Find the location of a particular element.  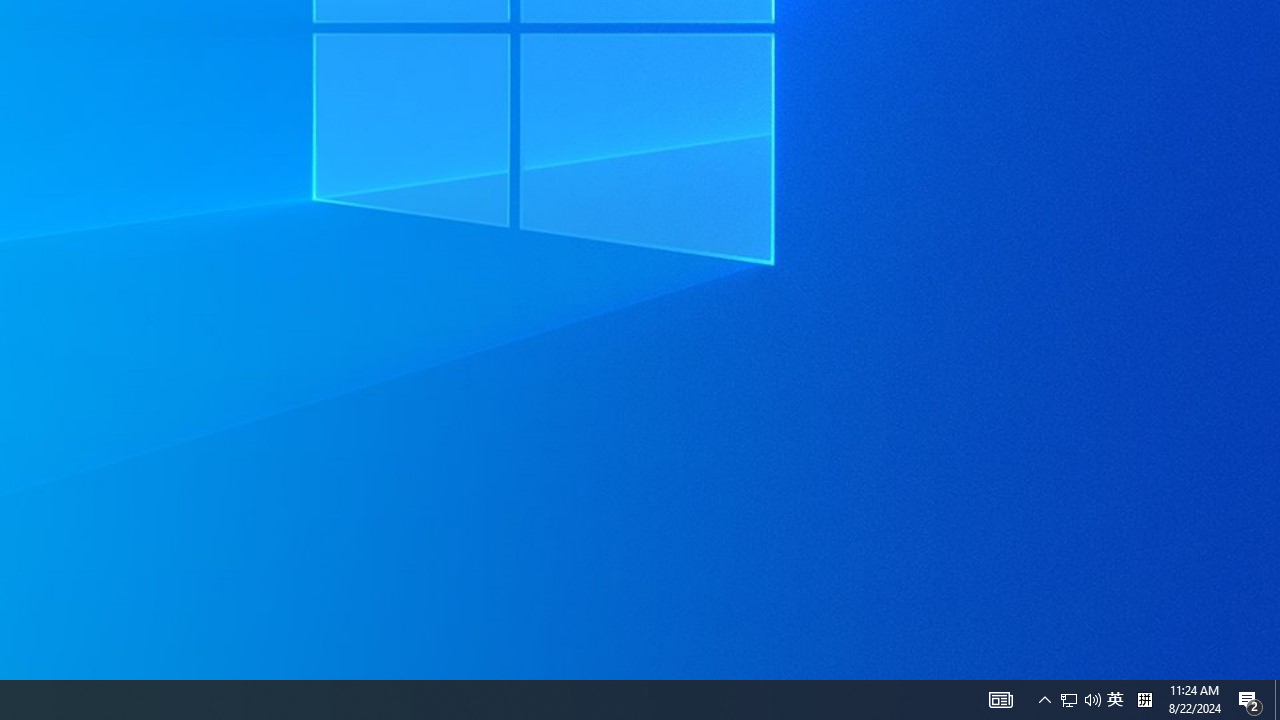

'AutomationID: 4105' is located at coordinates (1044, 698).